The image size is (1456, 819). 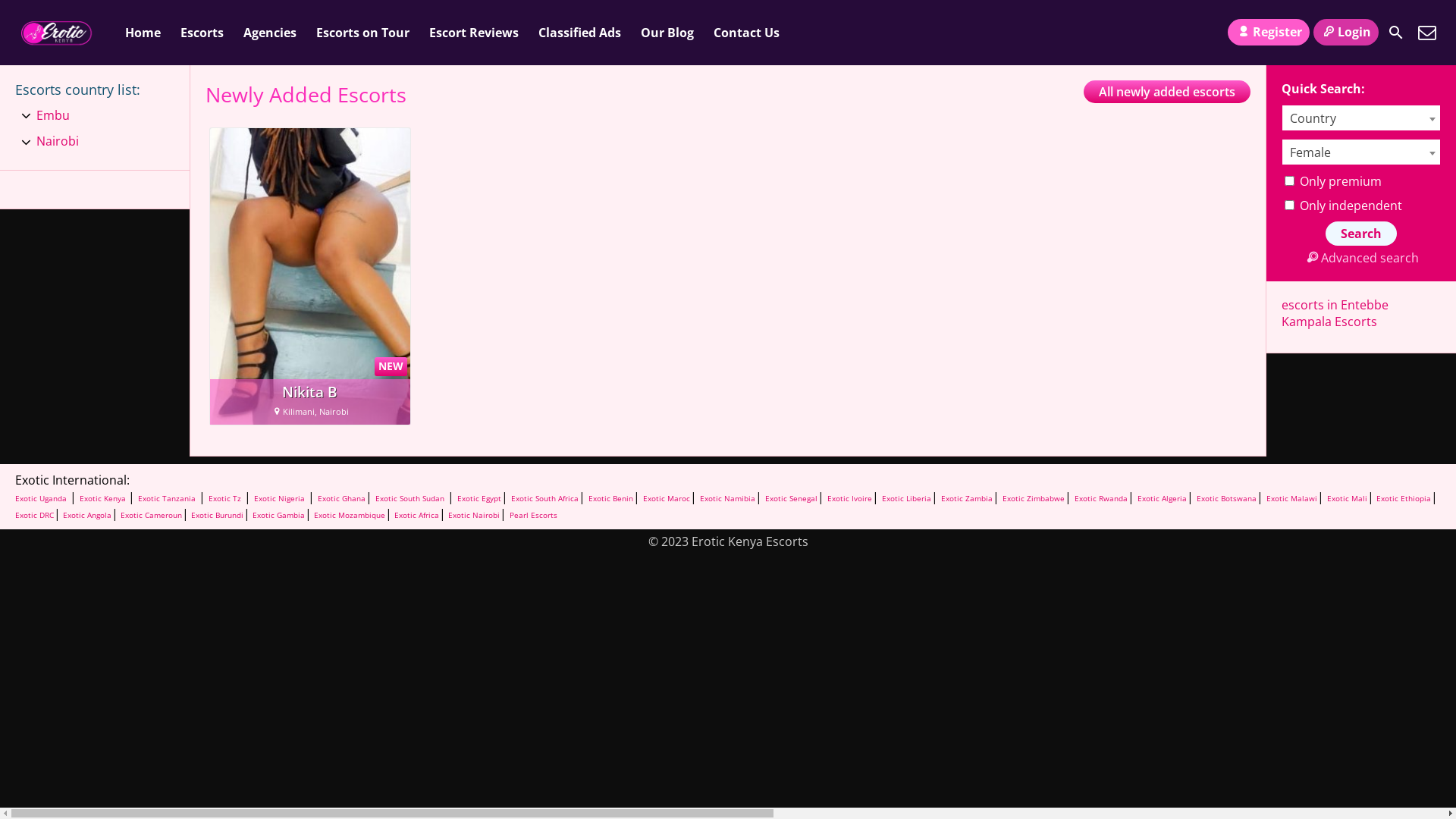 I want to click on 'Escorts', so click(x=171, y=33).